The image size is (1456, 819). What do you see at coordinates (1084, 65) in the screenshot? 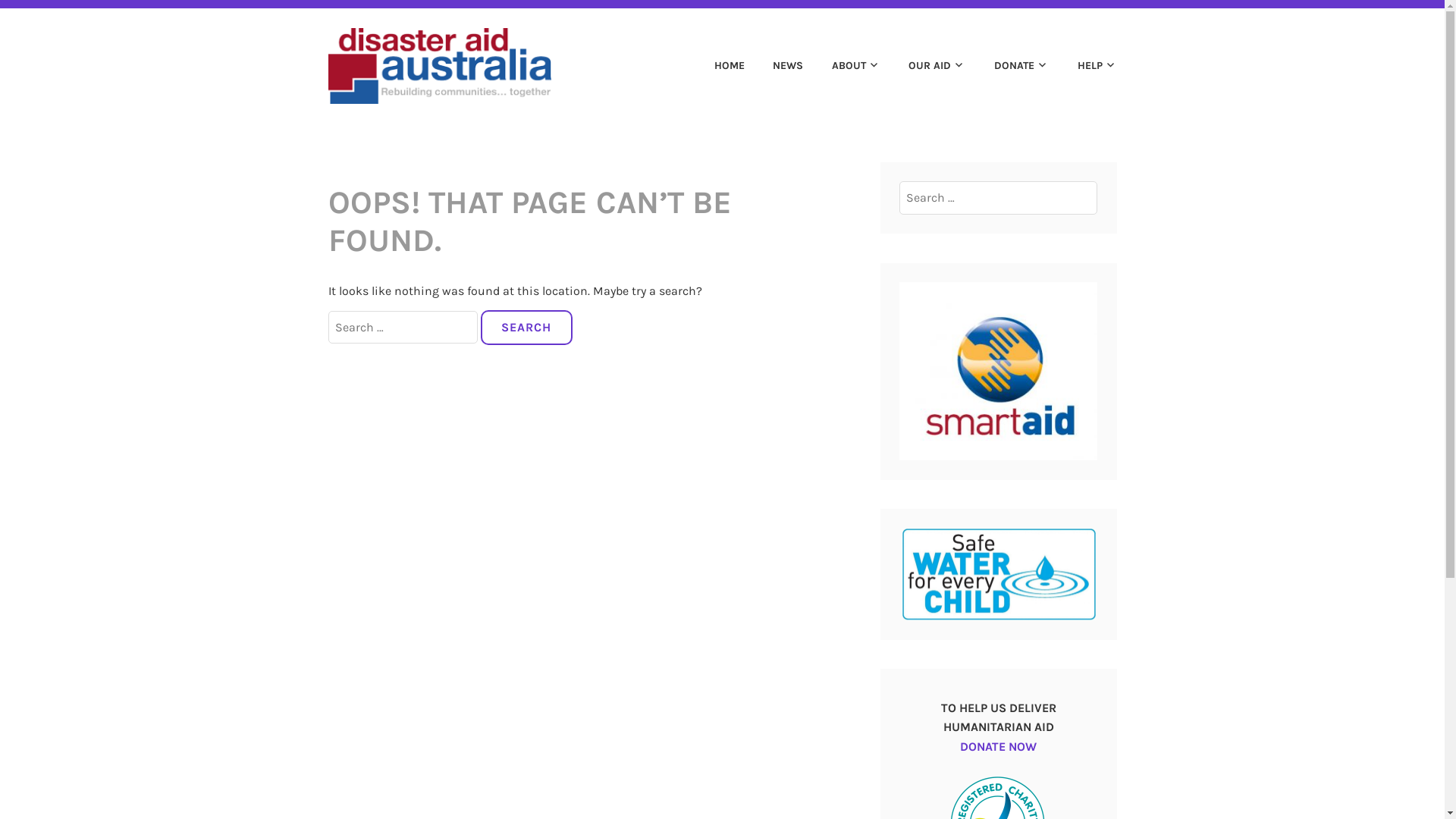
I see `'HELP'` at bounding box center [1084, 65].